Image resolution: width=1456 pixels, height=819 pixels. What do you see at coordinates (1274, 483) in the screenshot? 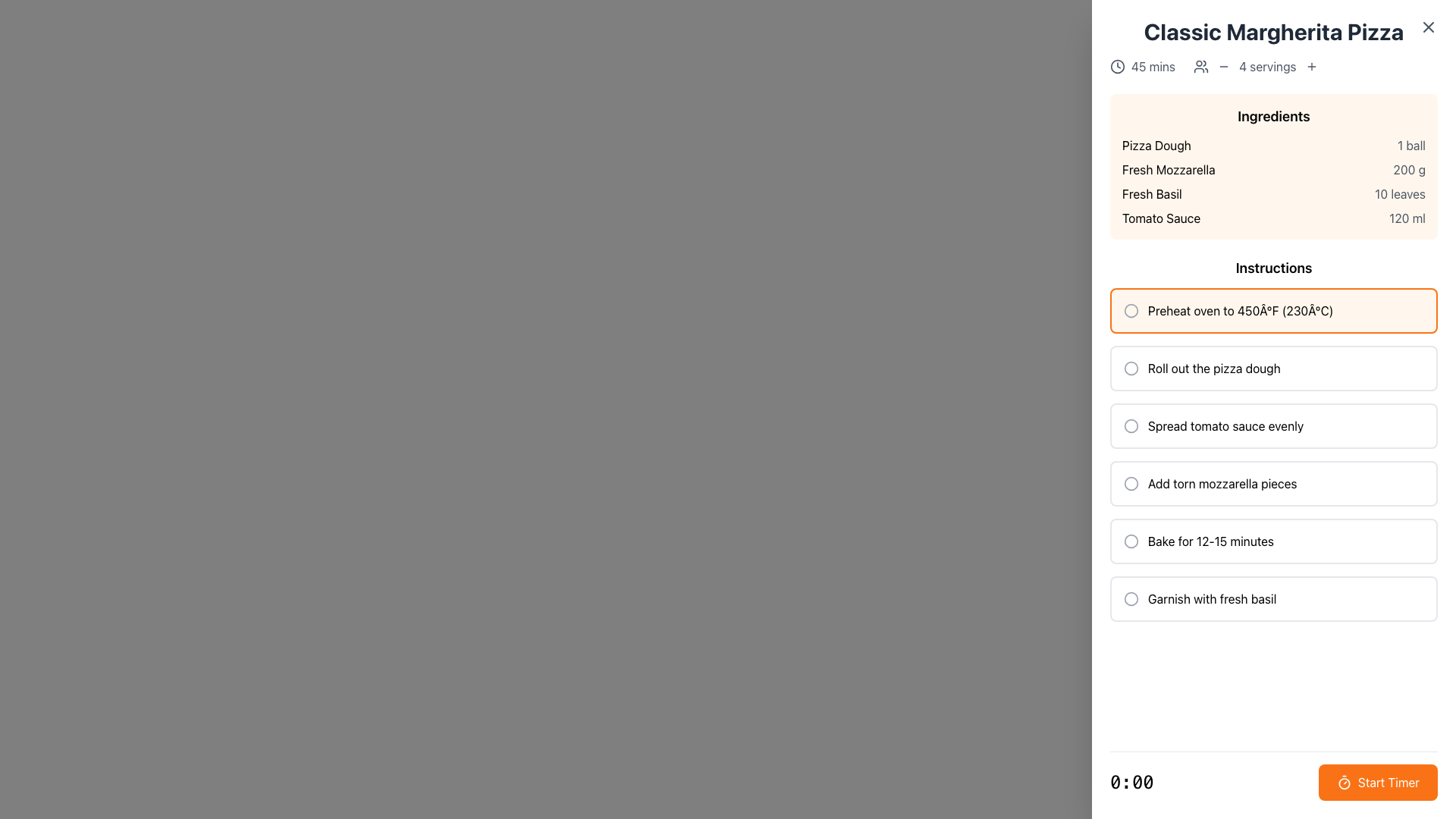
I see `the 'Add torn mozzarella pieces' instruction item in the list to mark it as completed` at bounding box center [1274, 483].